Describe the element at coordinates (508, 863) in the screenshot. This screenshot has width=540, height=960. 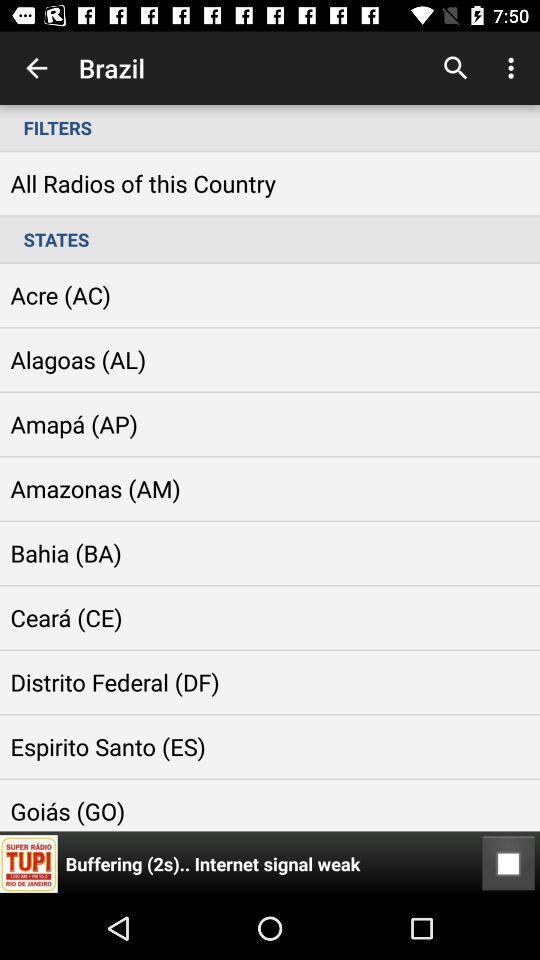
I see `the icon next to buffering 2s internet icon` at that location.